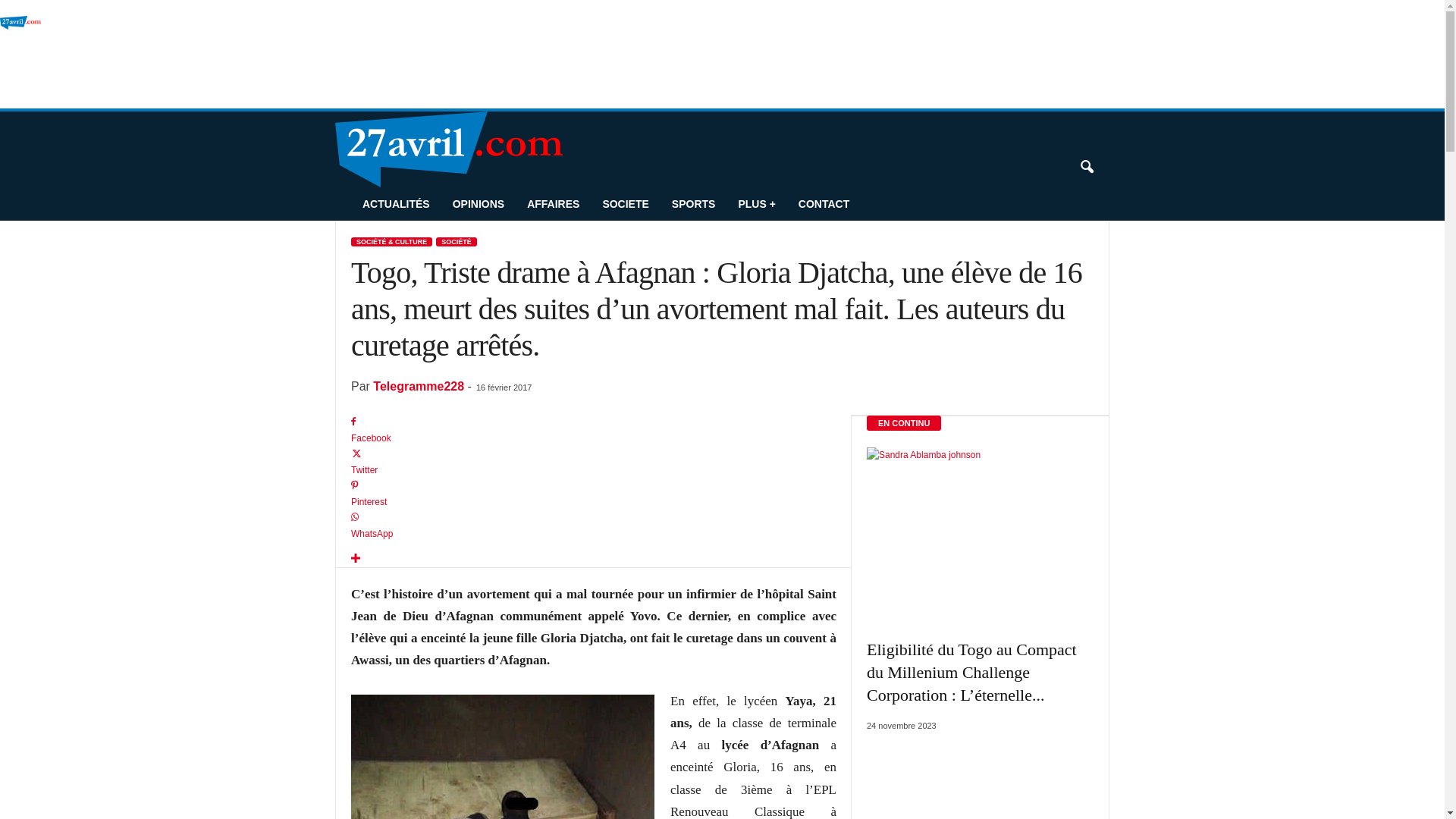  Describe the element at coordinates (552, 203) in the screenshot. I see `'AFFAIRES'` at that location.